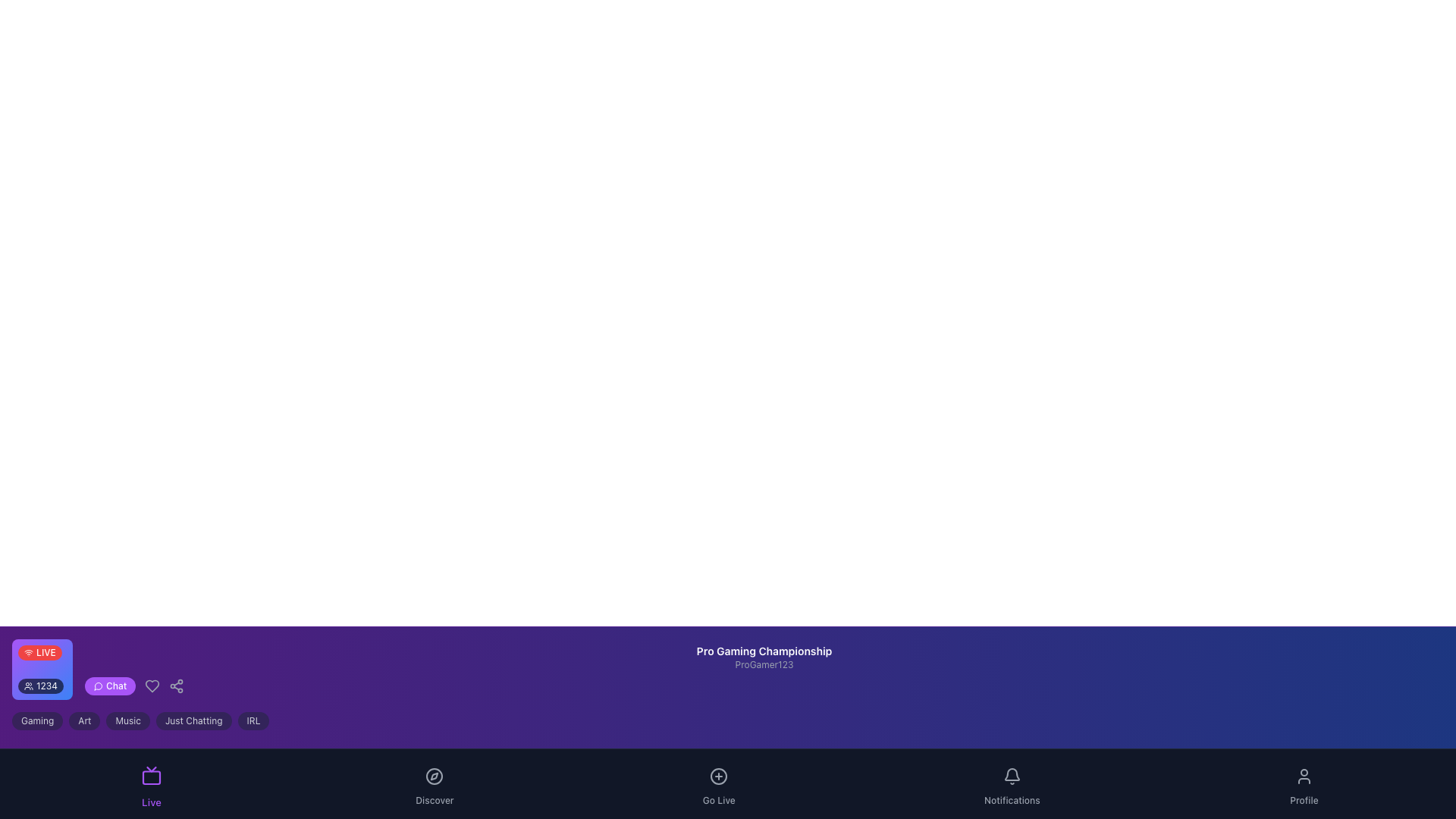  I want to click on the 'Live' navigation button located in the bottom navigation bar, which is the first icon from the left under the label 'Live', so click(152, 775).